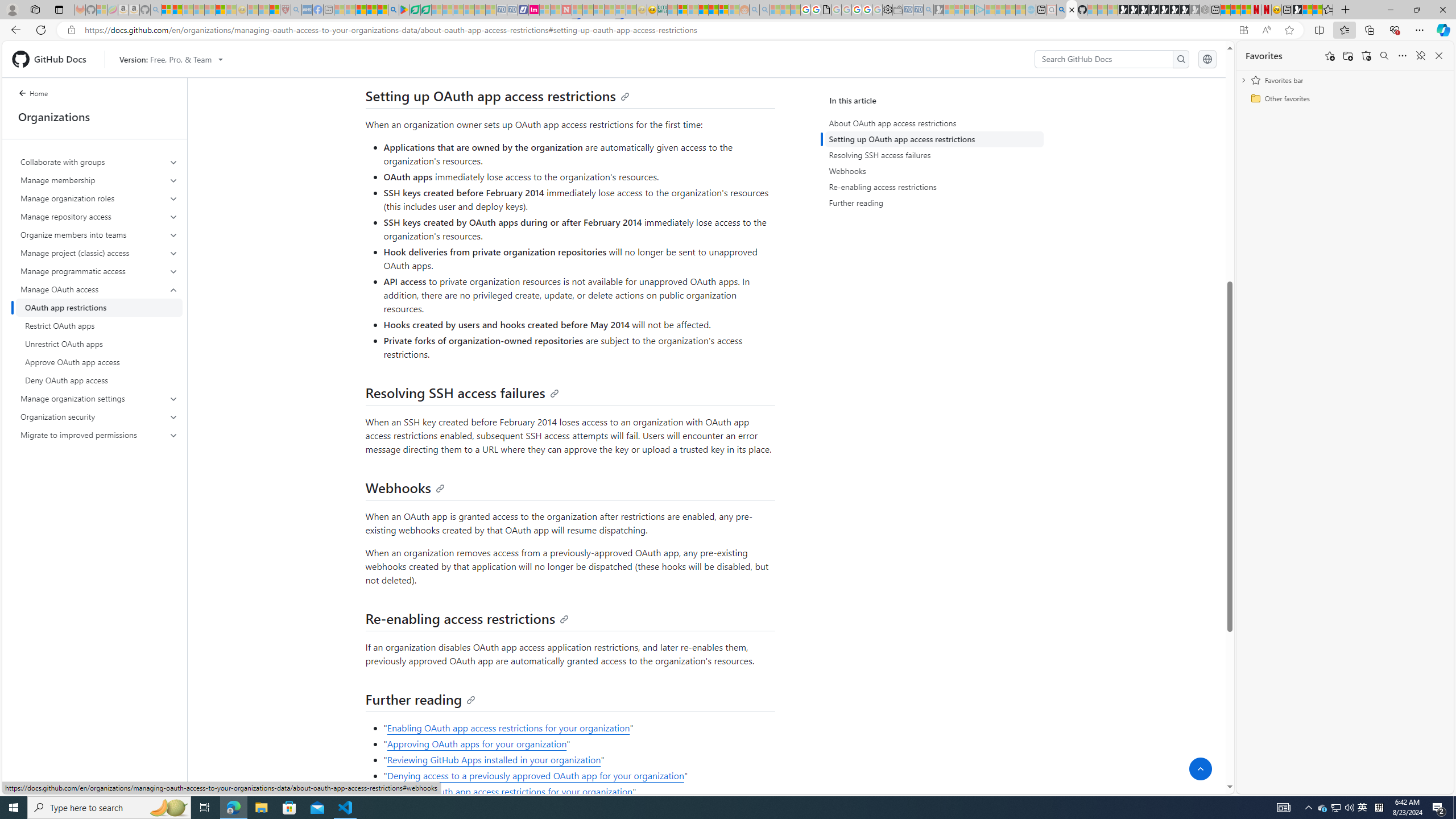 Image resolution: width=1456 pixels, height=819 pixels. Describe the element at coordinates (1207, 59) in the screenshot. I see `'Select language: current language is English'` at that location.